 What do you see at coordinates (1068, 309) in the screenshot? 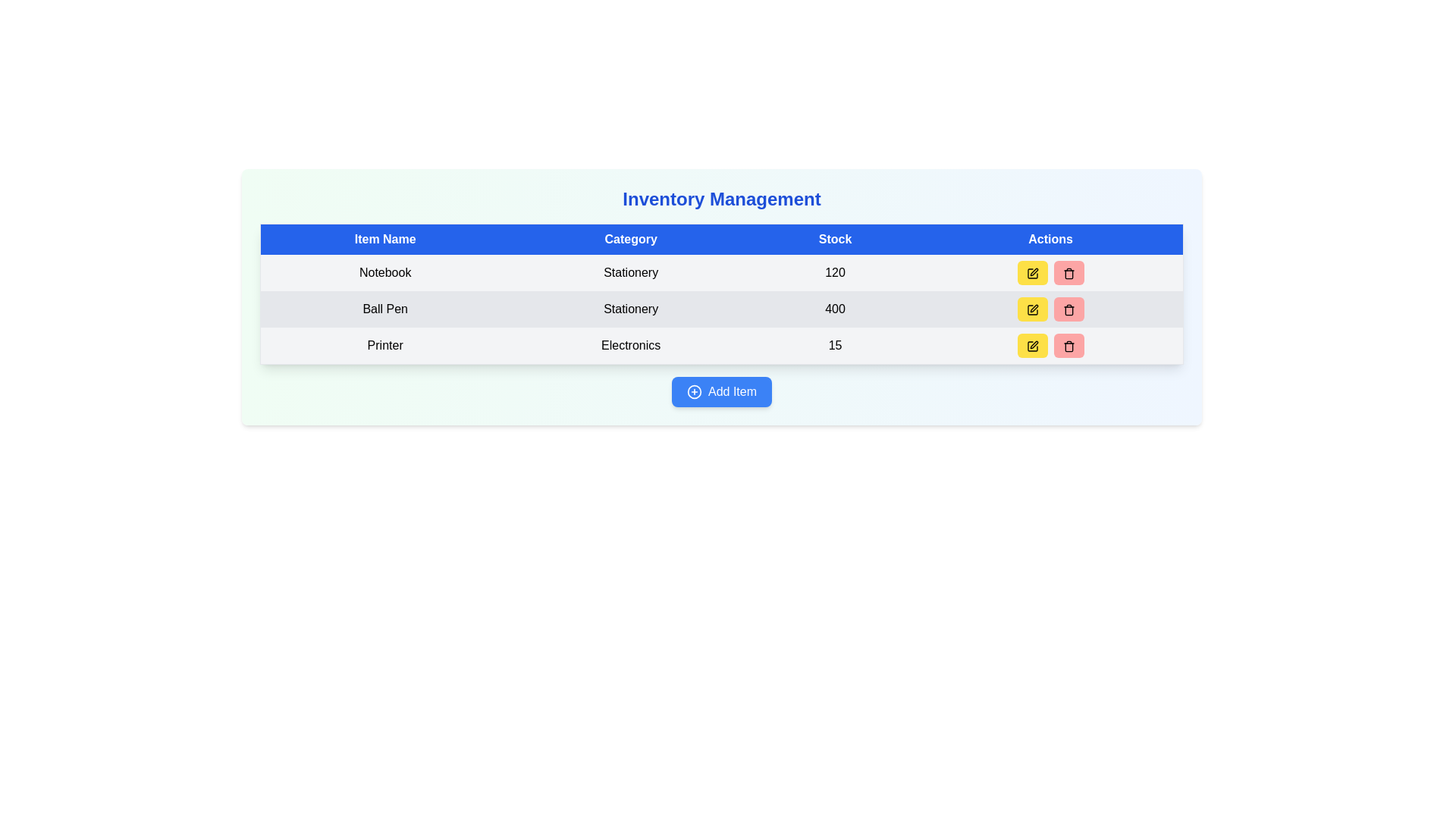
I see `the red rounded rectangular button with a trash can icon` at bounding box center [1068, 309].